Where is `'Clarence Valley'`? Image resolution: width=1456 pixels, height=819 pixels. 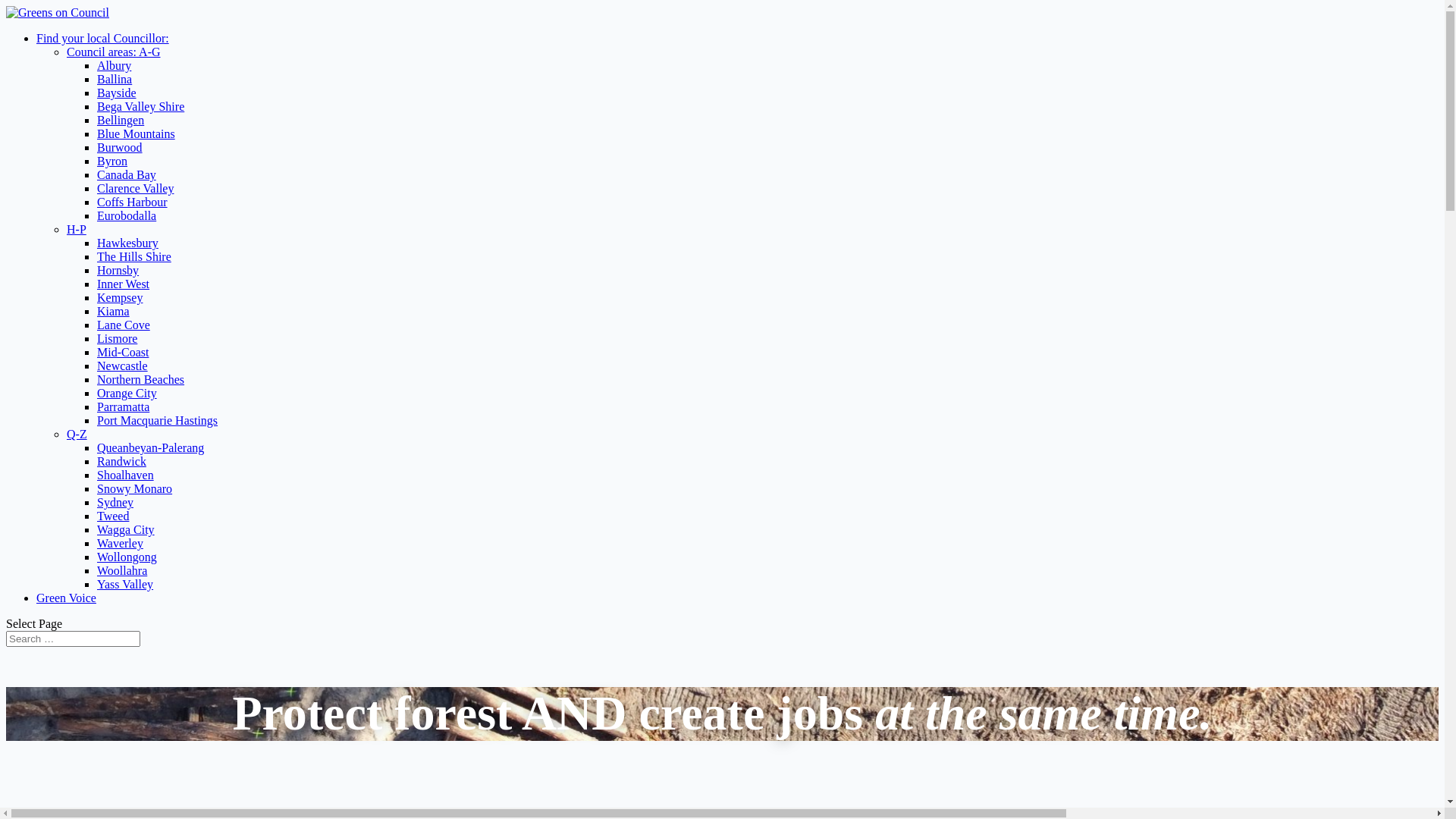
'Clarence Valley' is located at coordinates (135, 187).